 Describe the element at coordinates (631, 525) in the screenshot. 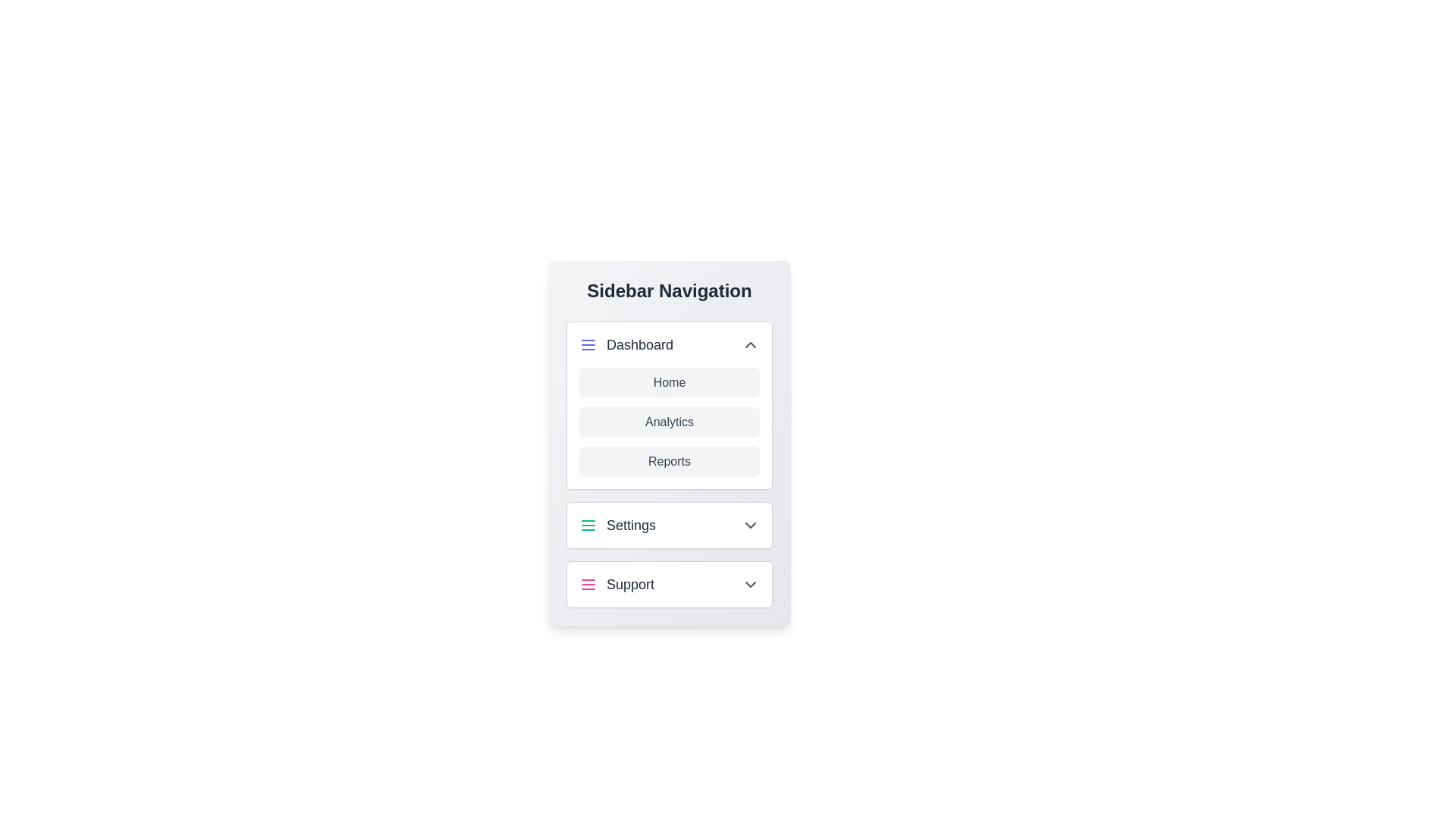

I see `the 'Settings' text label in the sidebar menu` at that location.